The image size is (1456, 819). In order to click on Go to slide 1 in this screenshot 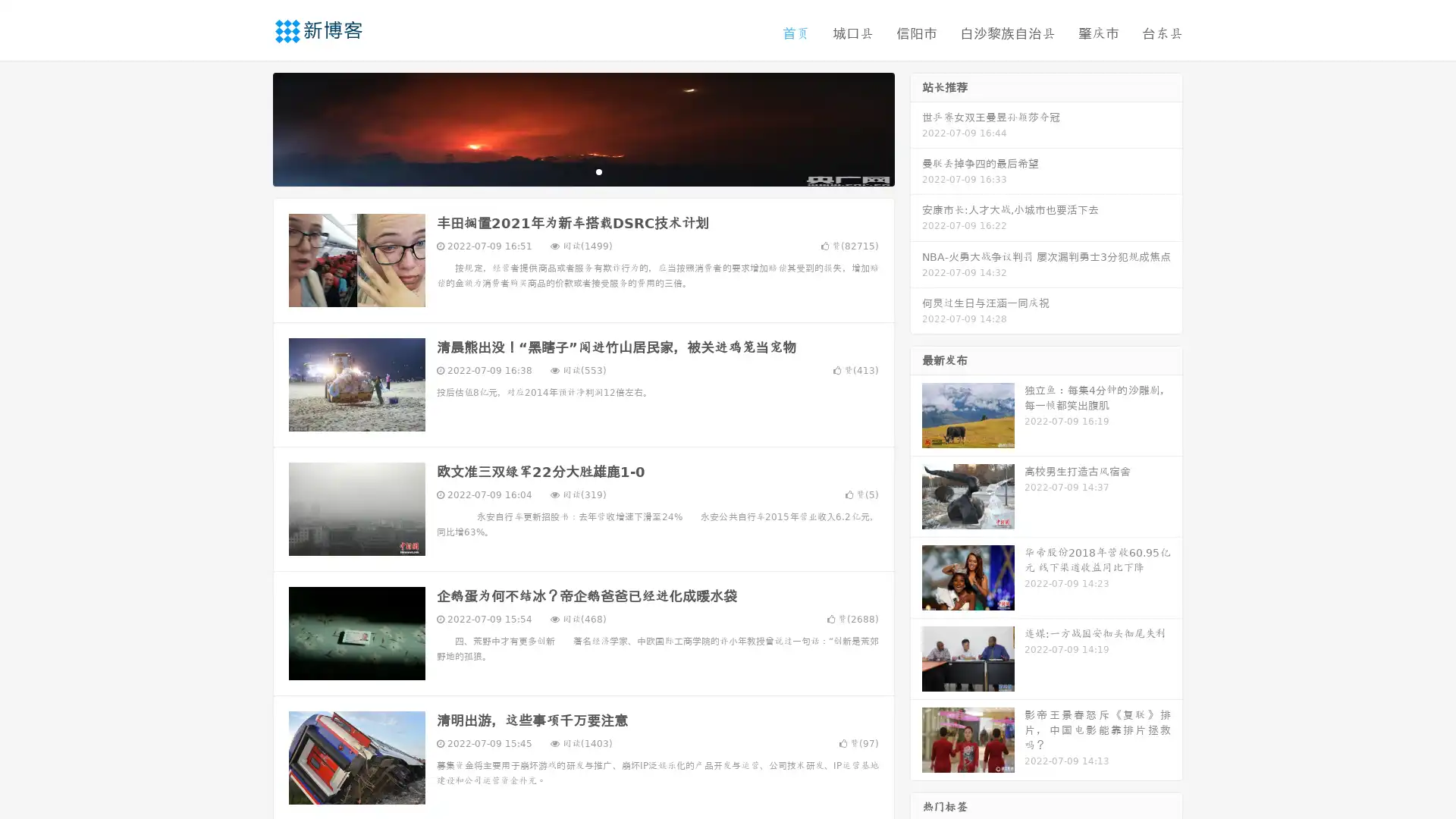, I will do `click(567, 171)`.